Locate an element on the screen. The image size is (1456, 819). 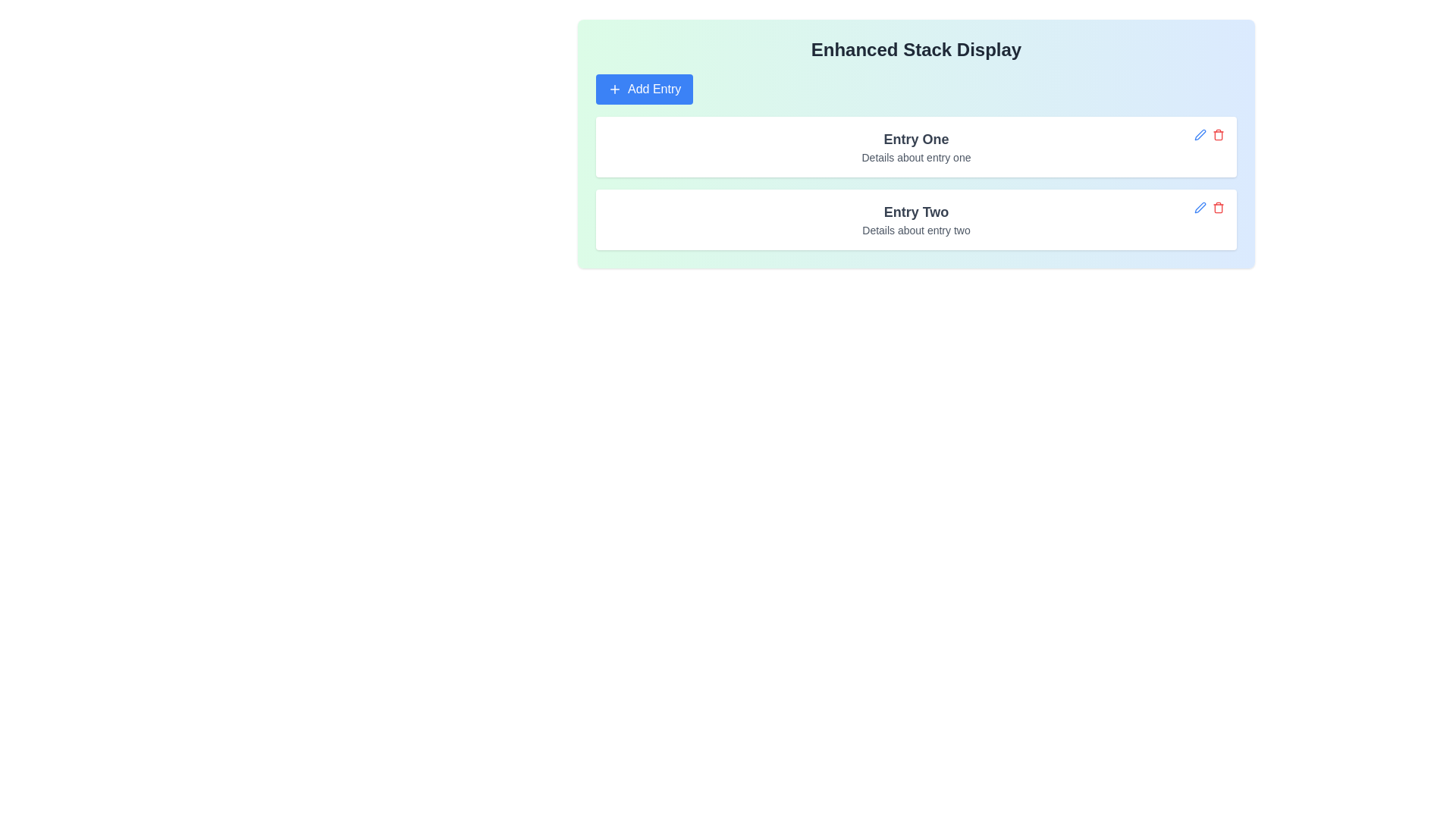
'Add Entry' label which is displayed in white font inside a rounded blue button located at the top left section of the visible form, next to a plus icon is located at coordinates (654, 89).